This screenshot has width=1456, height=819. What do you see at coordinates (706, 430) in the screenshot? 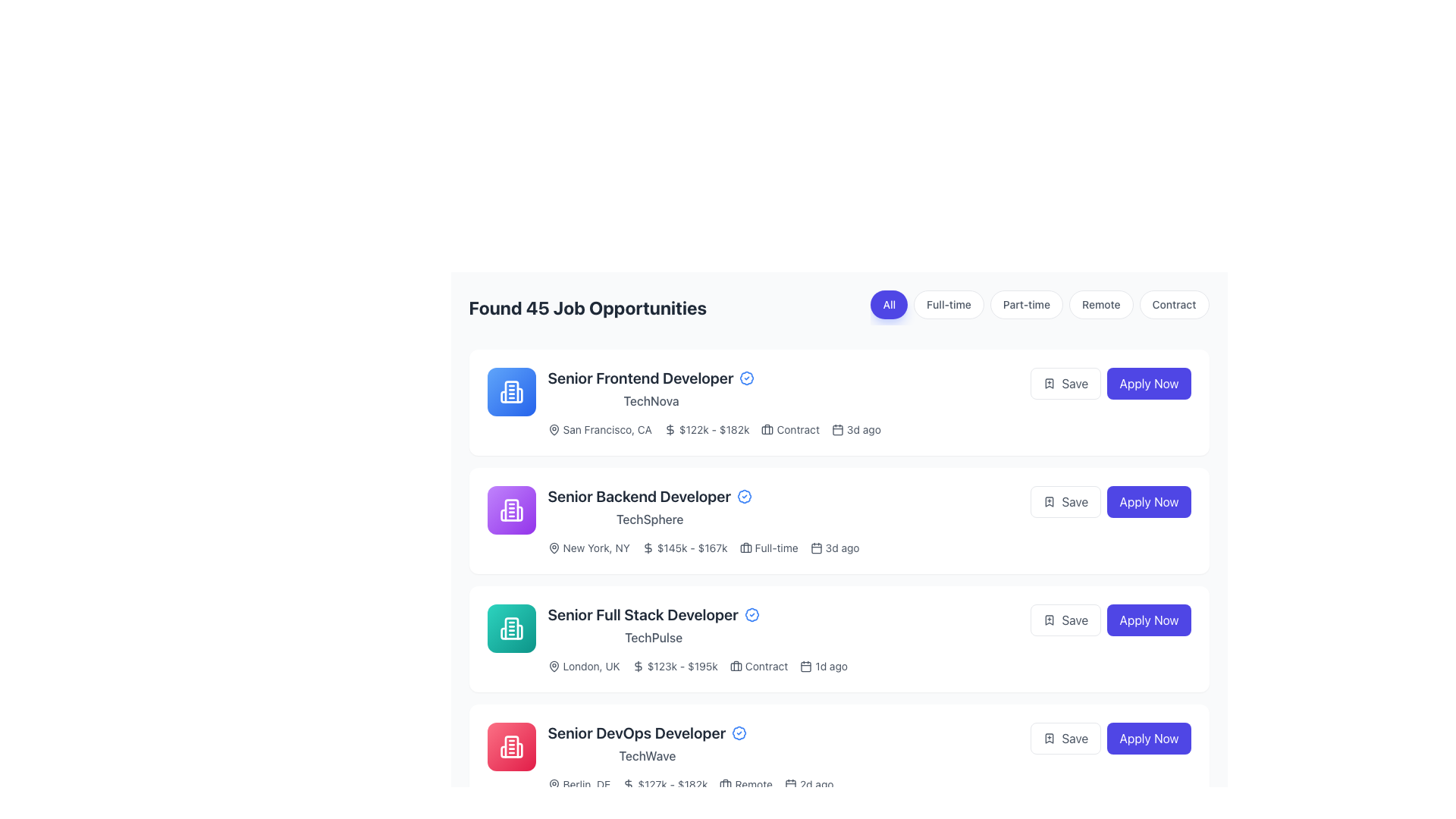
I see `the static text element displaying salary range '$122k - $182k' with an adjacent dollar sign icon, which is located in the metadata section of a job opportunity listing` at bounding box center [706, 430].